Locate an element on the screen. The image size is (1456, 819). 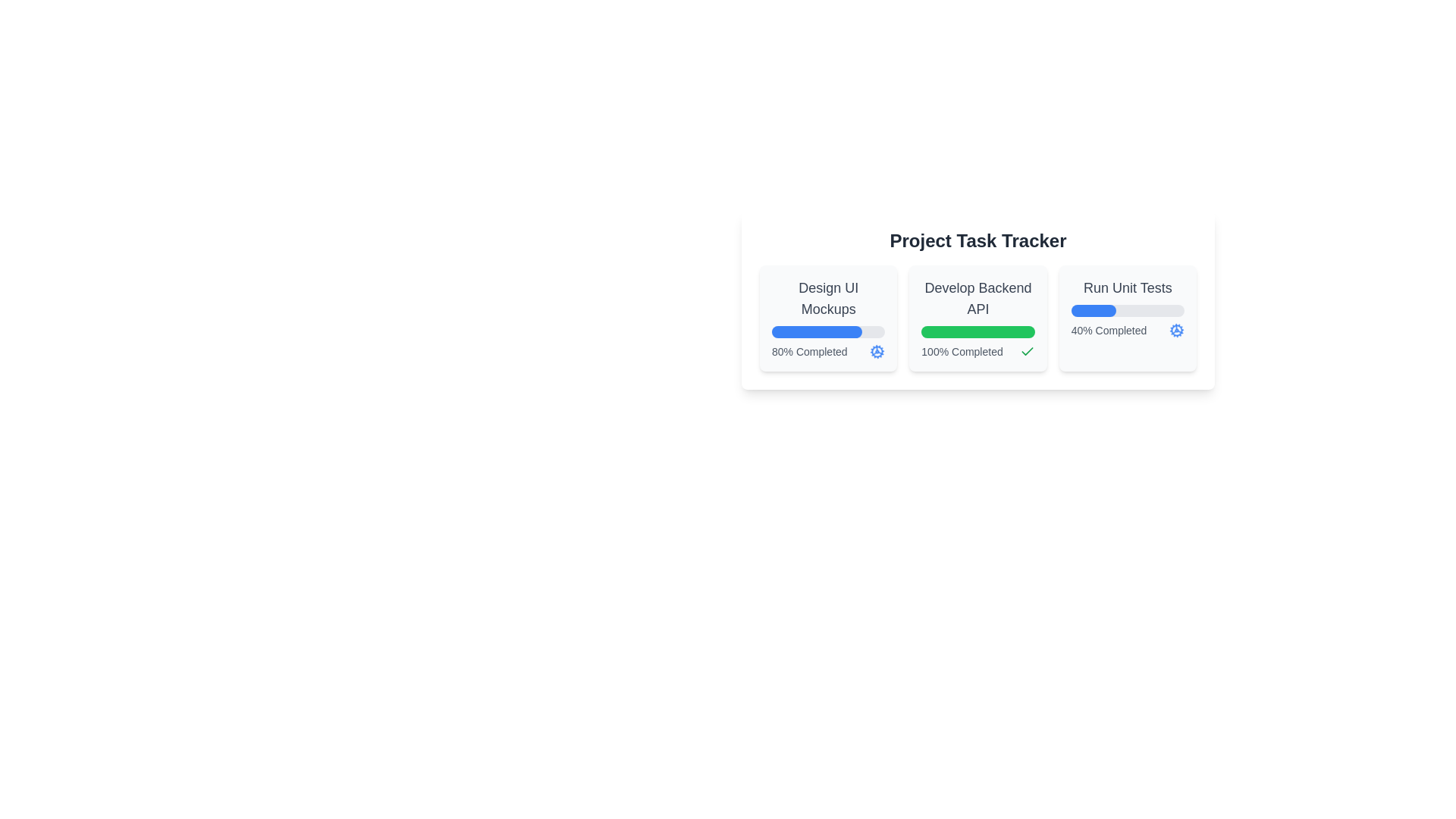
text label that serves as the main title or header for the section above the grid layout containing sub-items such as 'Design UI Mockups', 'Develop Backend API', and 'Run Unit Tests' is located at coordinates (978, 240).